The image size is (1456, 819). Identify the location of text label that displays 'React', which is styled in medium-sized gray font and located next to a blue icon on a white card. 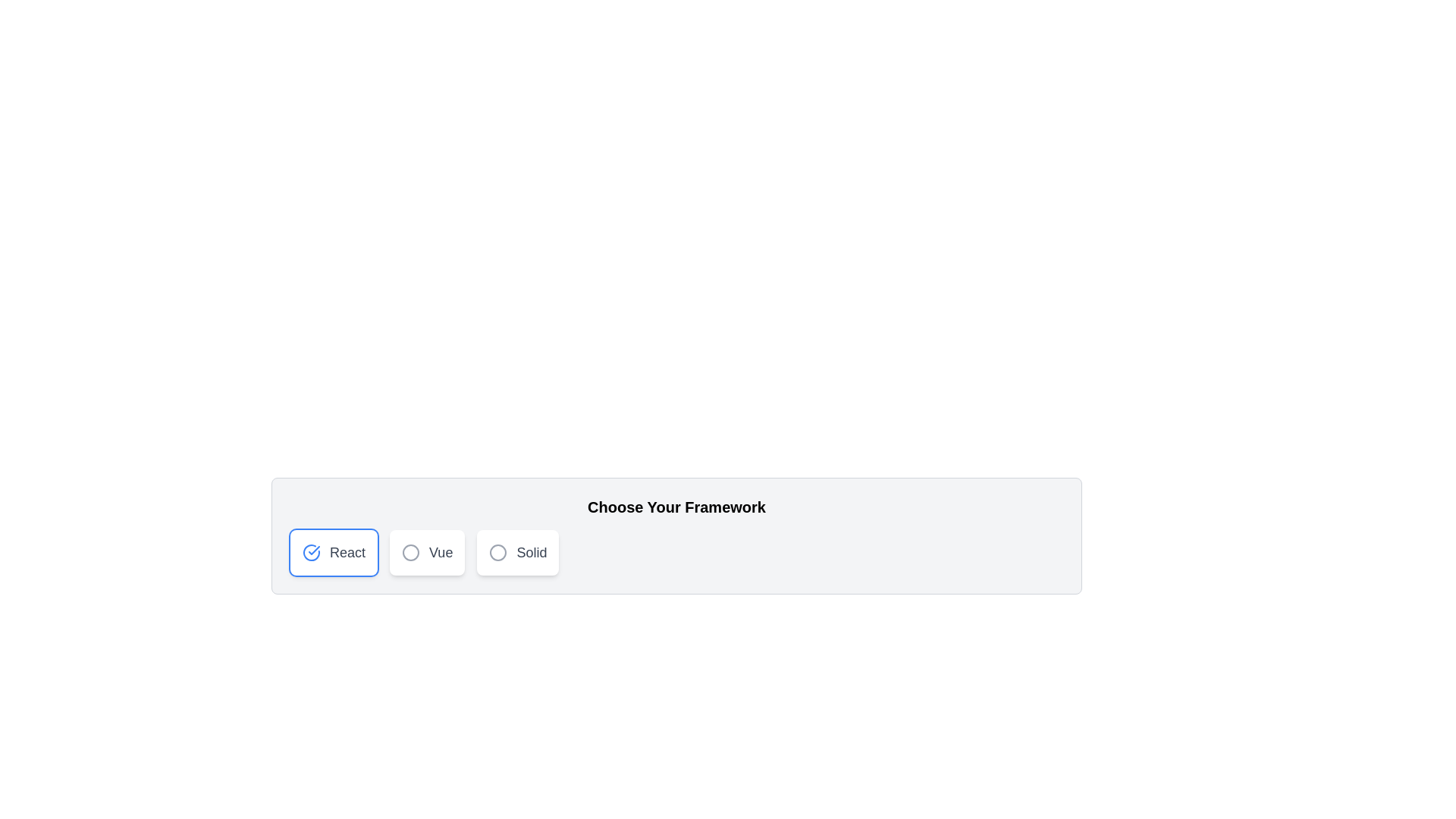
(347, 553).